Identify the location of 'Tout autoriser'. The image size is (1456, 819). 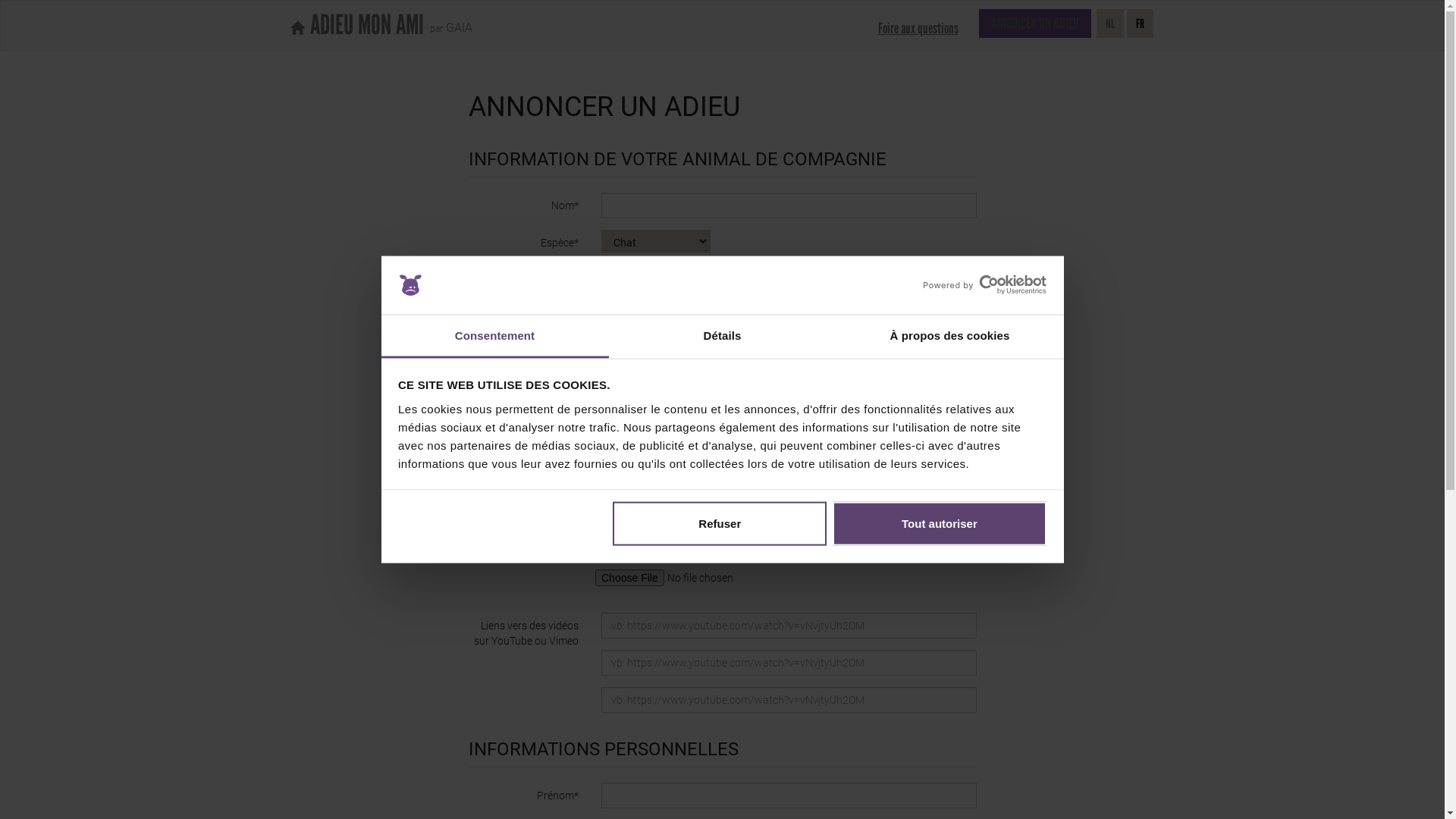
(938, 522).